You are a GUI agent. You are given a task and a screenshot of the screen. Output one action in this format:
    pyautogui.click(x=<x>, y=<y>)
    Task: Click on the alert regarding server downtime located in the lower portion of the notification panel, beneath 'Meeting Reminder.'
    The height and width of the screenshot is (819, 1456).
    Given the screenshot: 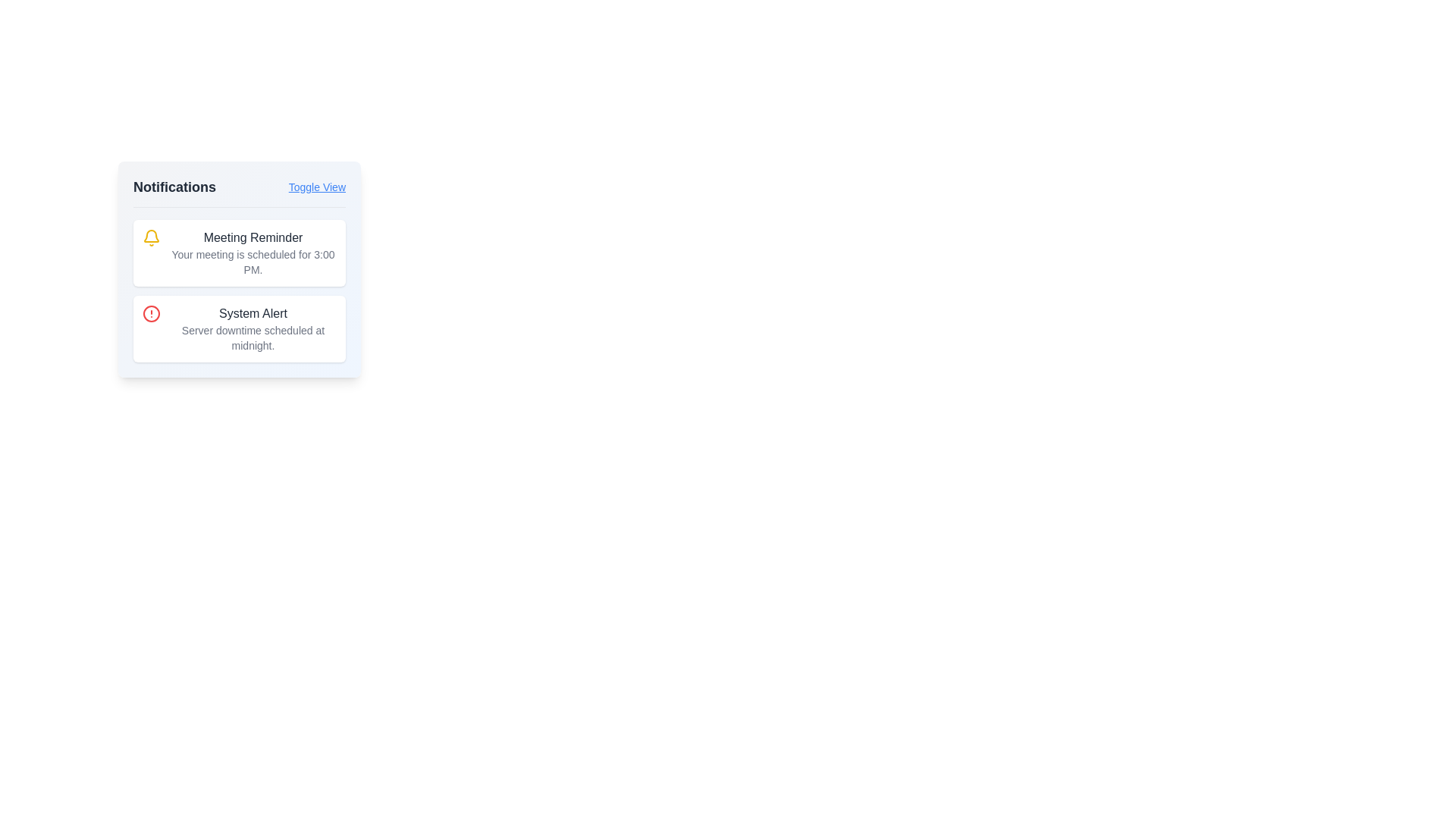 What is the action you would take?
    pyautogui.click(x=253, y=328)
    